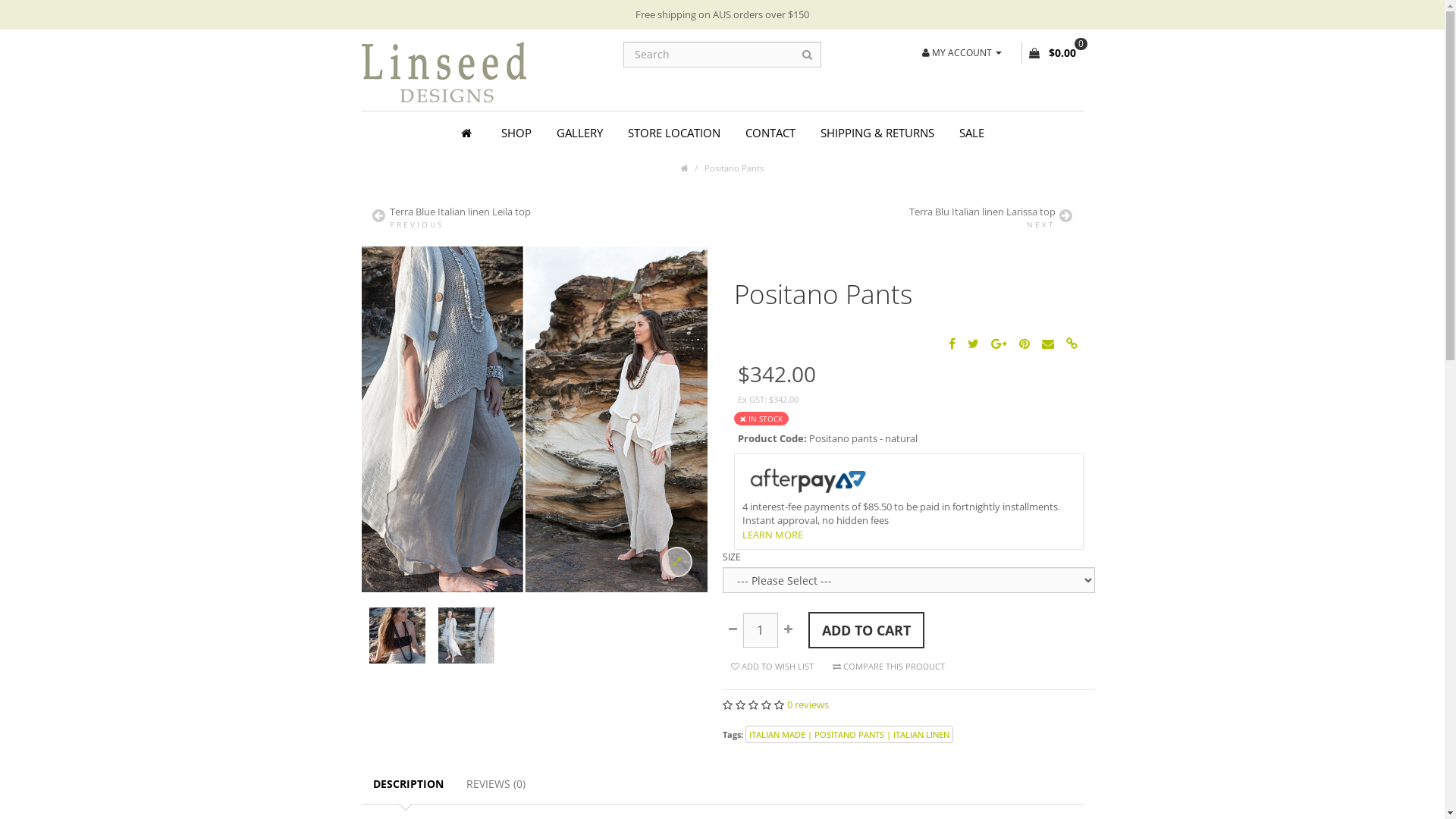 The height and width of the screenshot is (819, 1456). What do you see at coordinates (847, 733) in the screenshot?
I see `'ITALIAN MADE | POSITANO PANTS | ITALIAN LINEN'` at bounding box center [847, 733].